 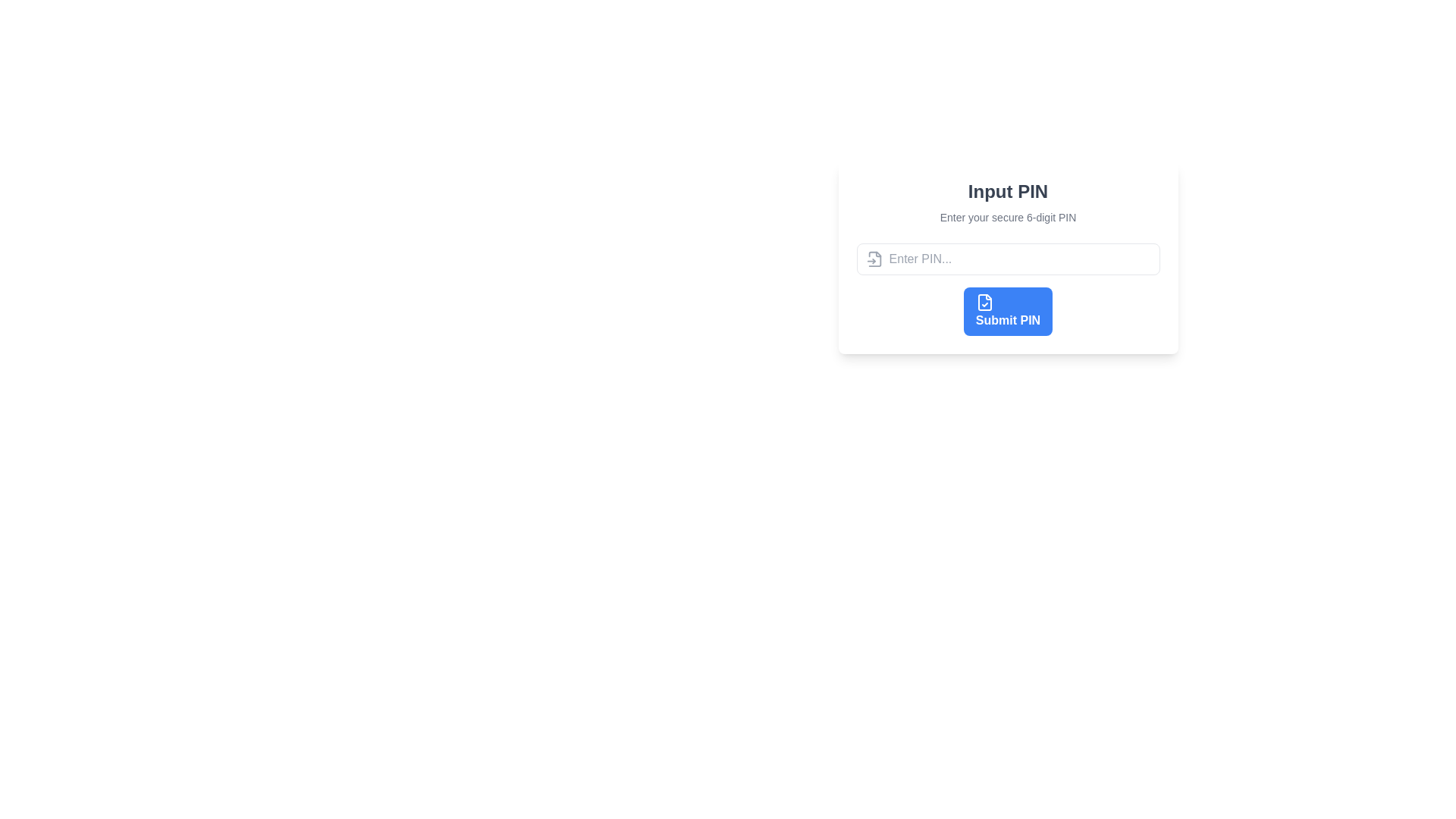 What do you see at coordinates (874, 259) in the screenshot?
I see `the file/document icon located to the immediate left of the text input field with the placeholder text 'Enter PIN...'` at bounding box center [874, 259].